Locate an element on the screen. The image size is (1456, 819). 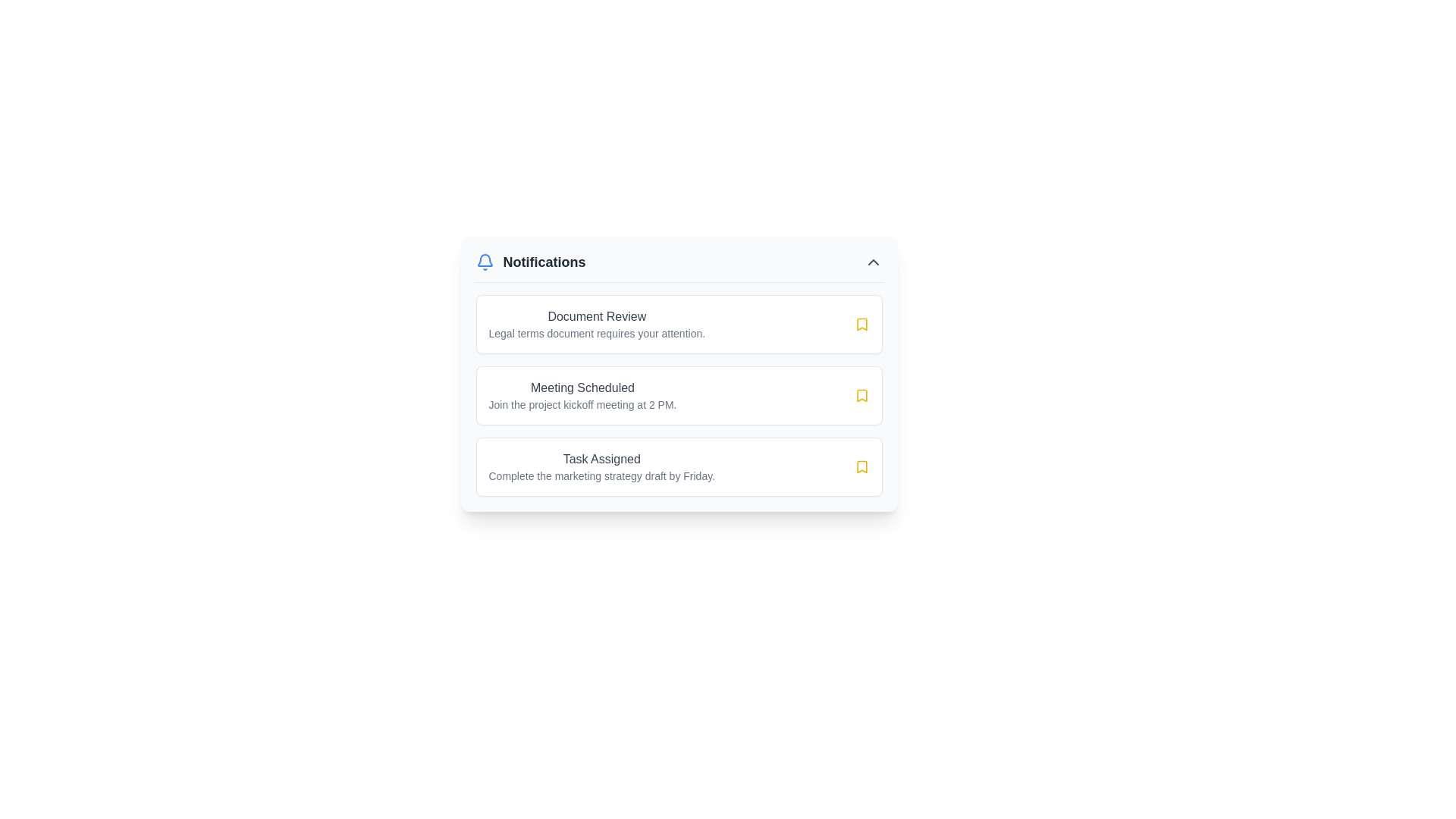
the bookmark icon located in the bottom-right corner of the 'Task Assigned' notification card is located at coordinates (861, 466).